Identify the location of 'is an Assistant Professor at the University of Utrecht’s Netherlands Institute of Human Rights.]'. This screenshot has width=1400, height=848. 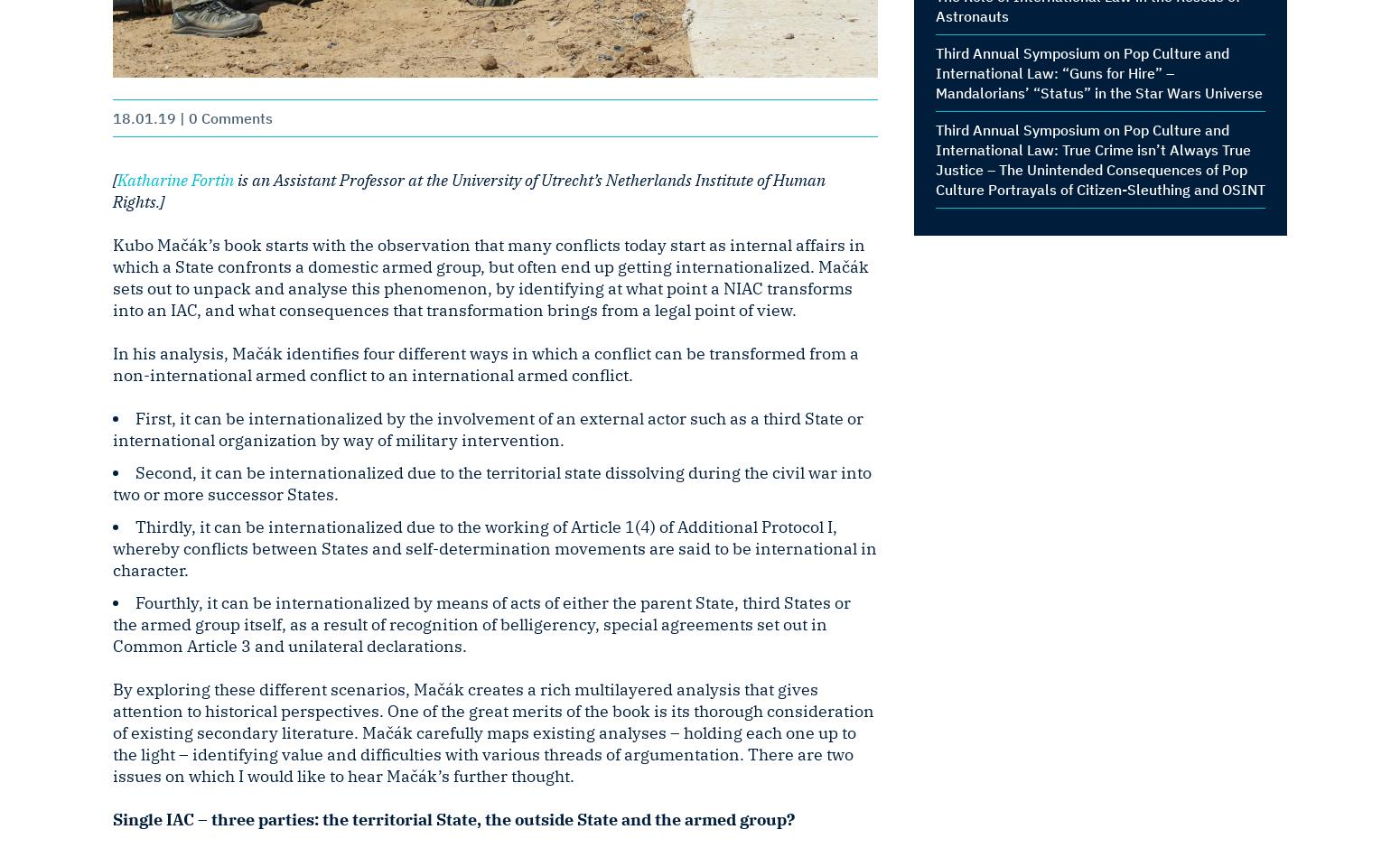
(468, 190).